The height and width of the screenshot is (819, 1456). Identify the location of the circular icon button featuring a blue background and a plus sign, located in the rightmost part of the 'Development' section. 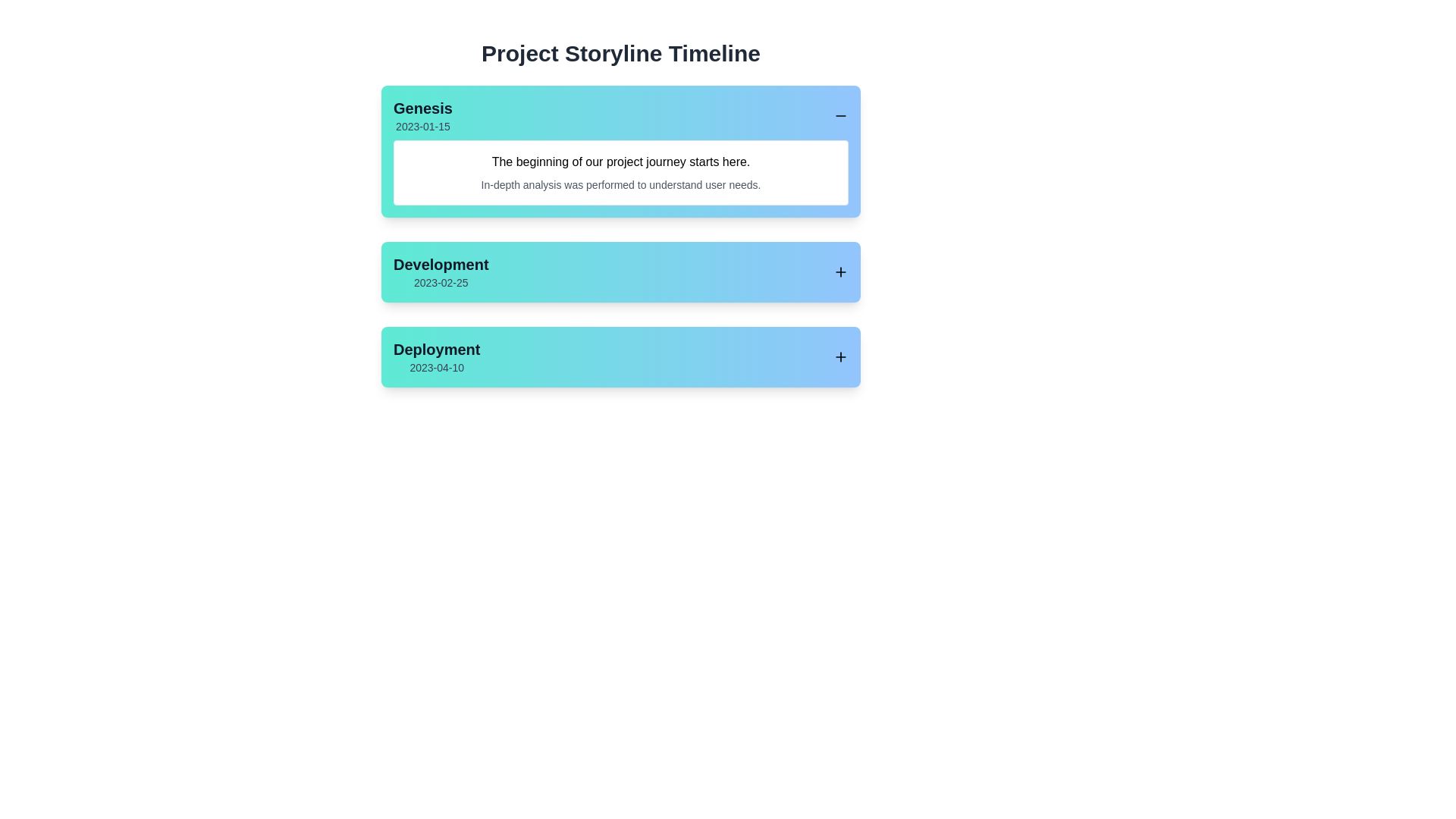
(839, 271).